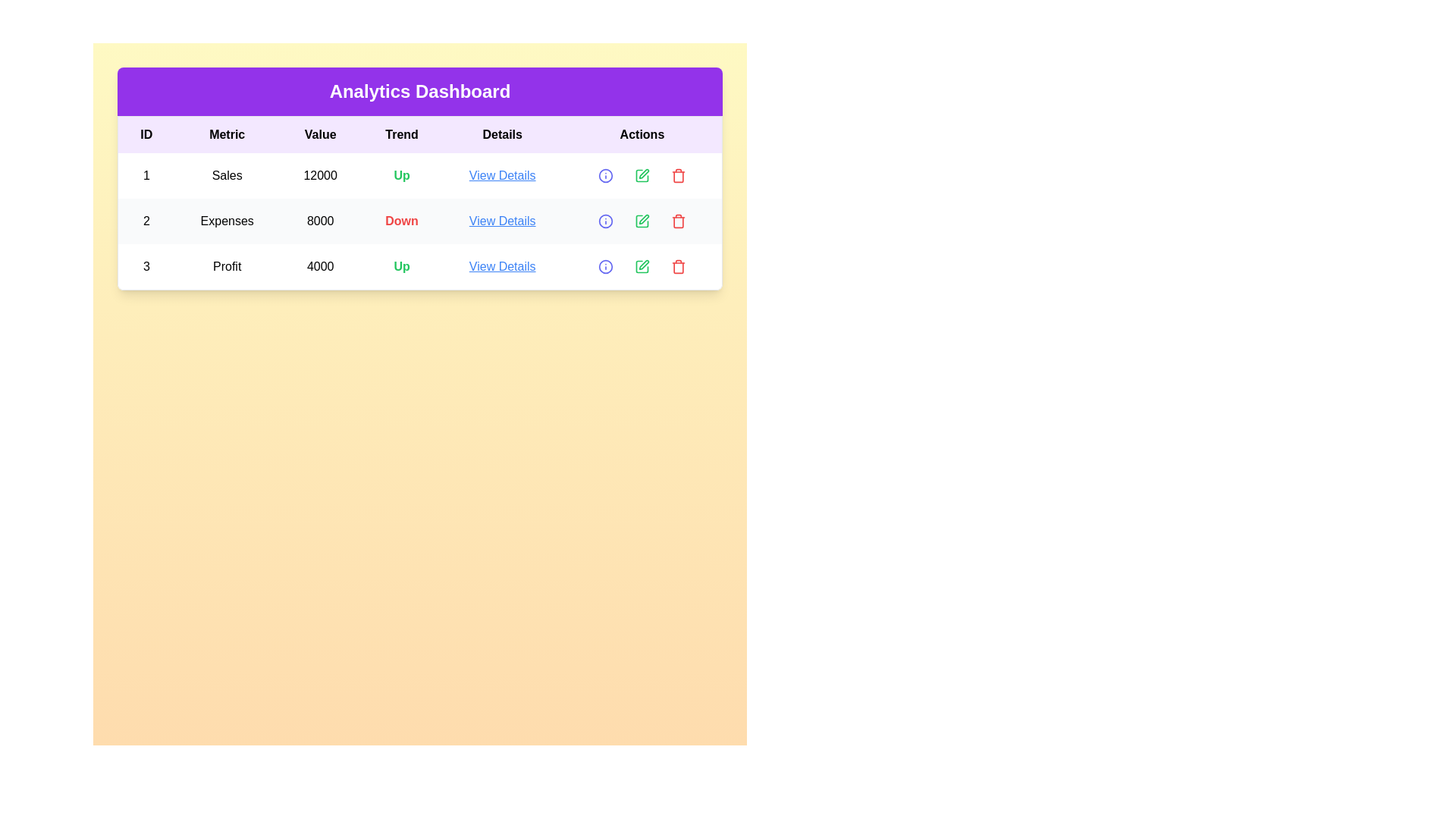  I want to click on the text label displaying the number '8000' in black font, located in the second row of the table under the 'Value' column, so click(319, 221).